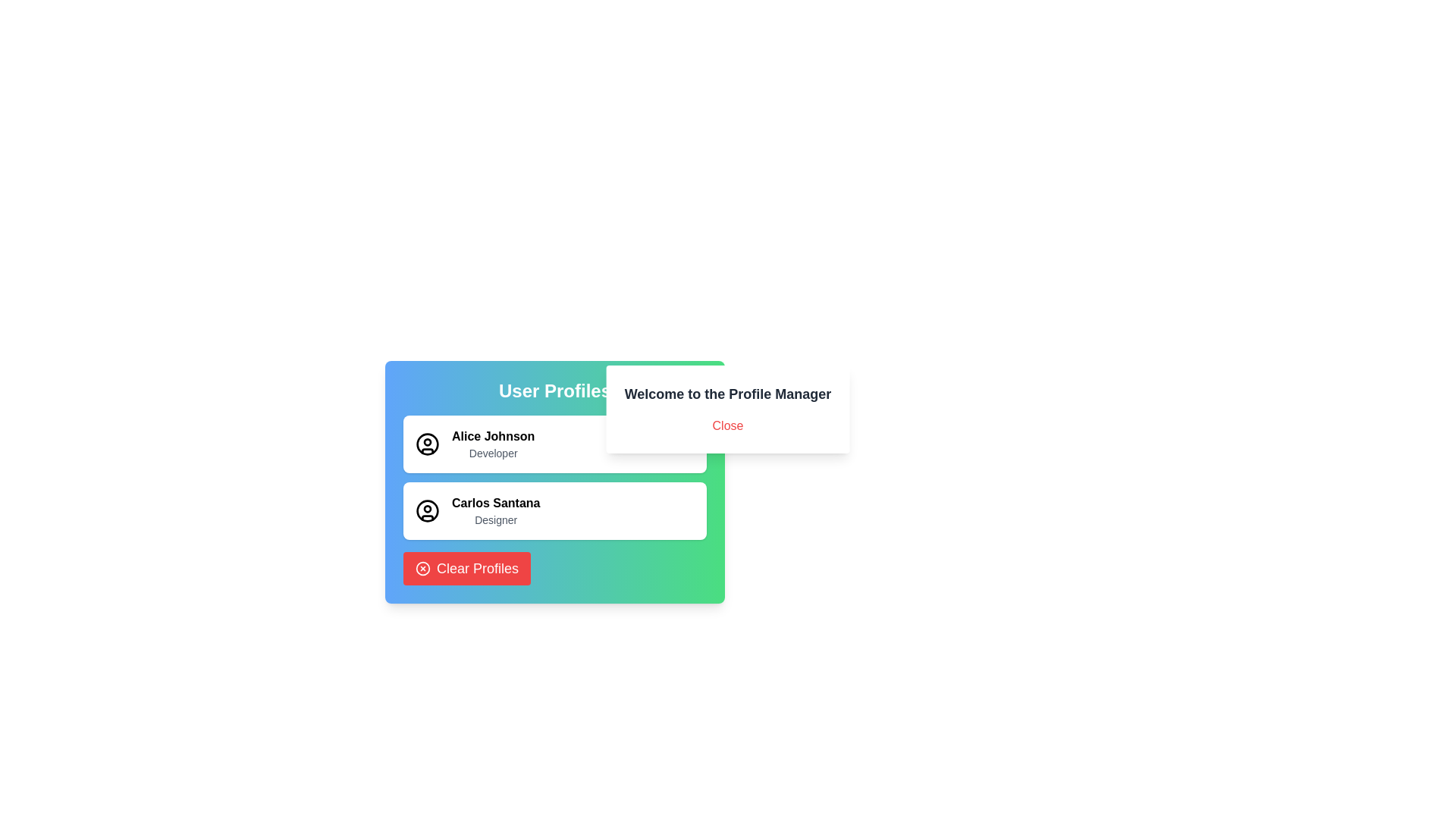  I want to click on the static informational text displaying the user profile for 'Alice Johnson', a Developer, located in the first user profile card in the 'User Profiles' section, so click(493, 444).